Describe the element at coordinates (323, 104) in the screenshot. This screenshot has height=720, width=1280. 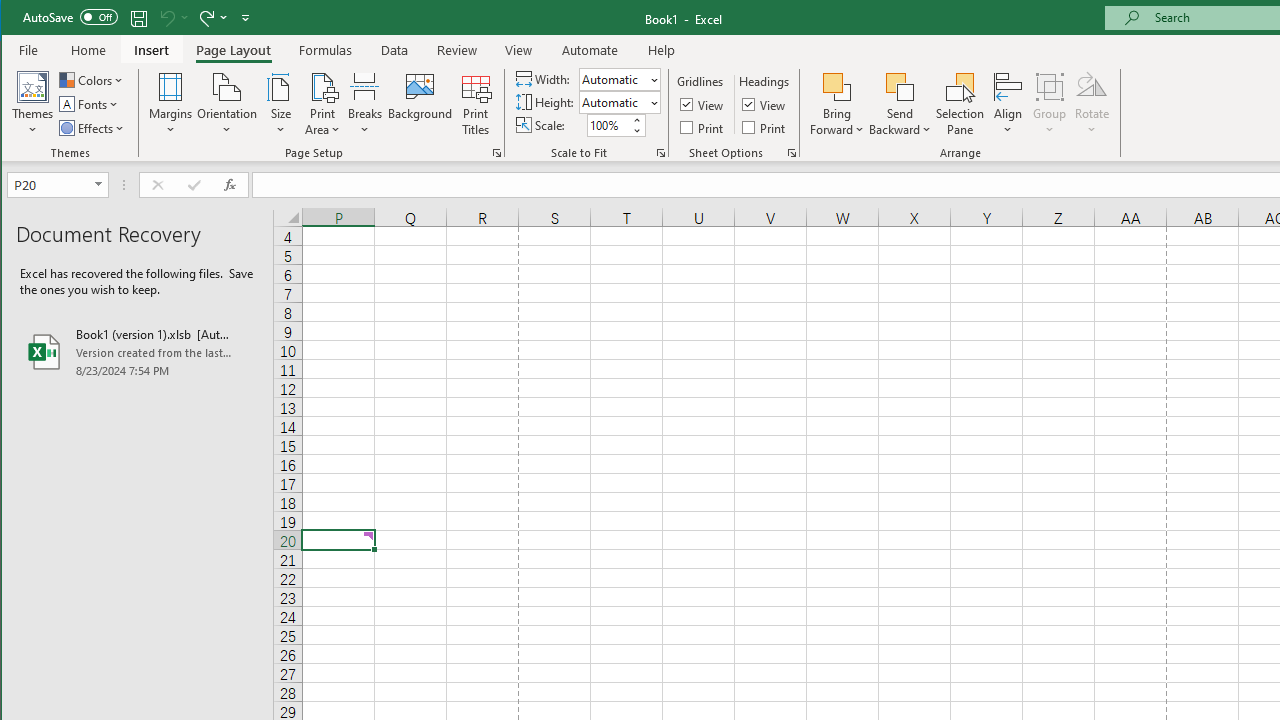
I see `'Print Area'` at that location.